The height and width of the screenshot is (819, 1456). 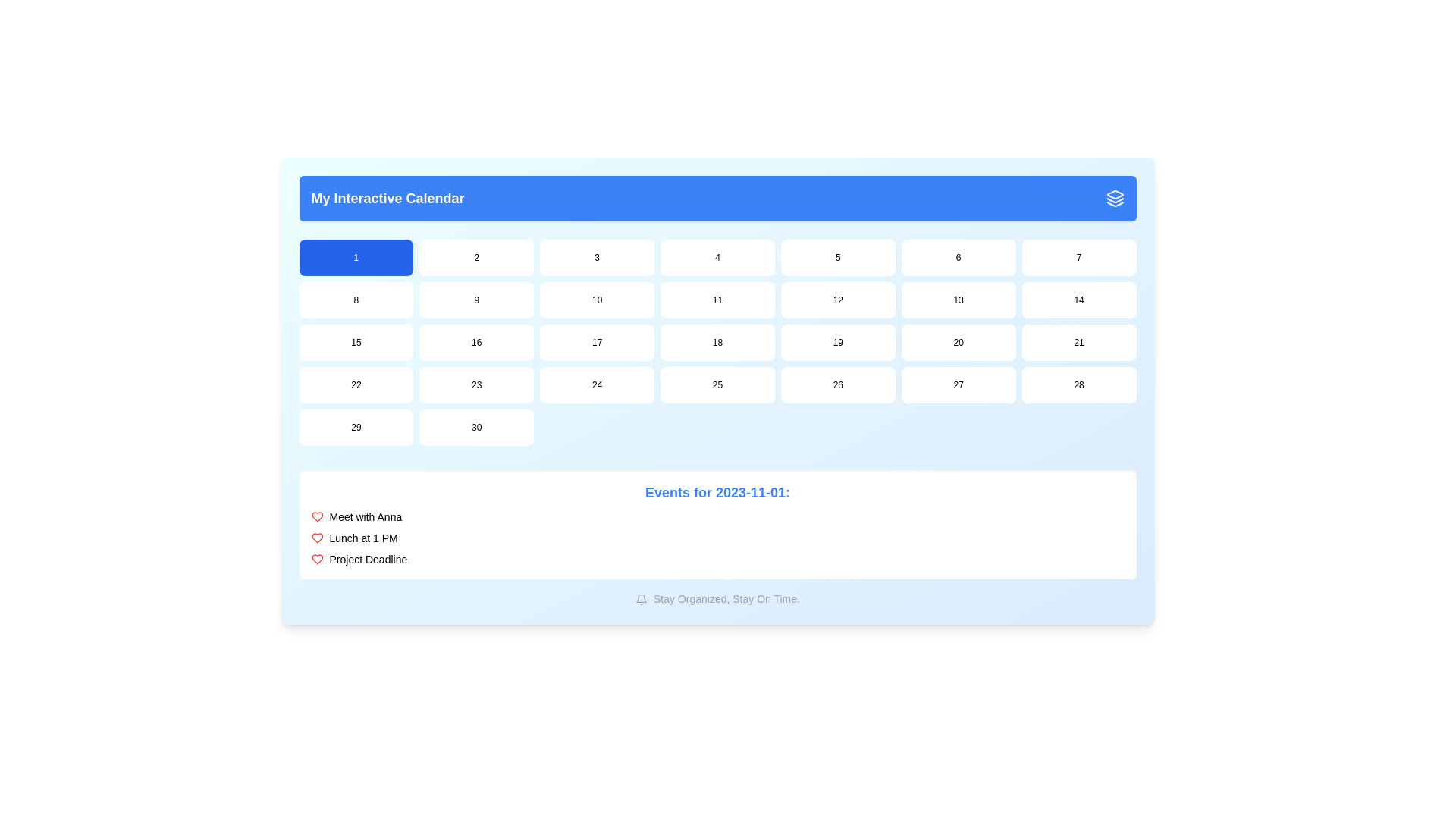 What do you see at coordinates (475, 384) in the screenshot?
I see `the button representing the date '23'` at bounding box center [475, 384].